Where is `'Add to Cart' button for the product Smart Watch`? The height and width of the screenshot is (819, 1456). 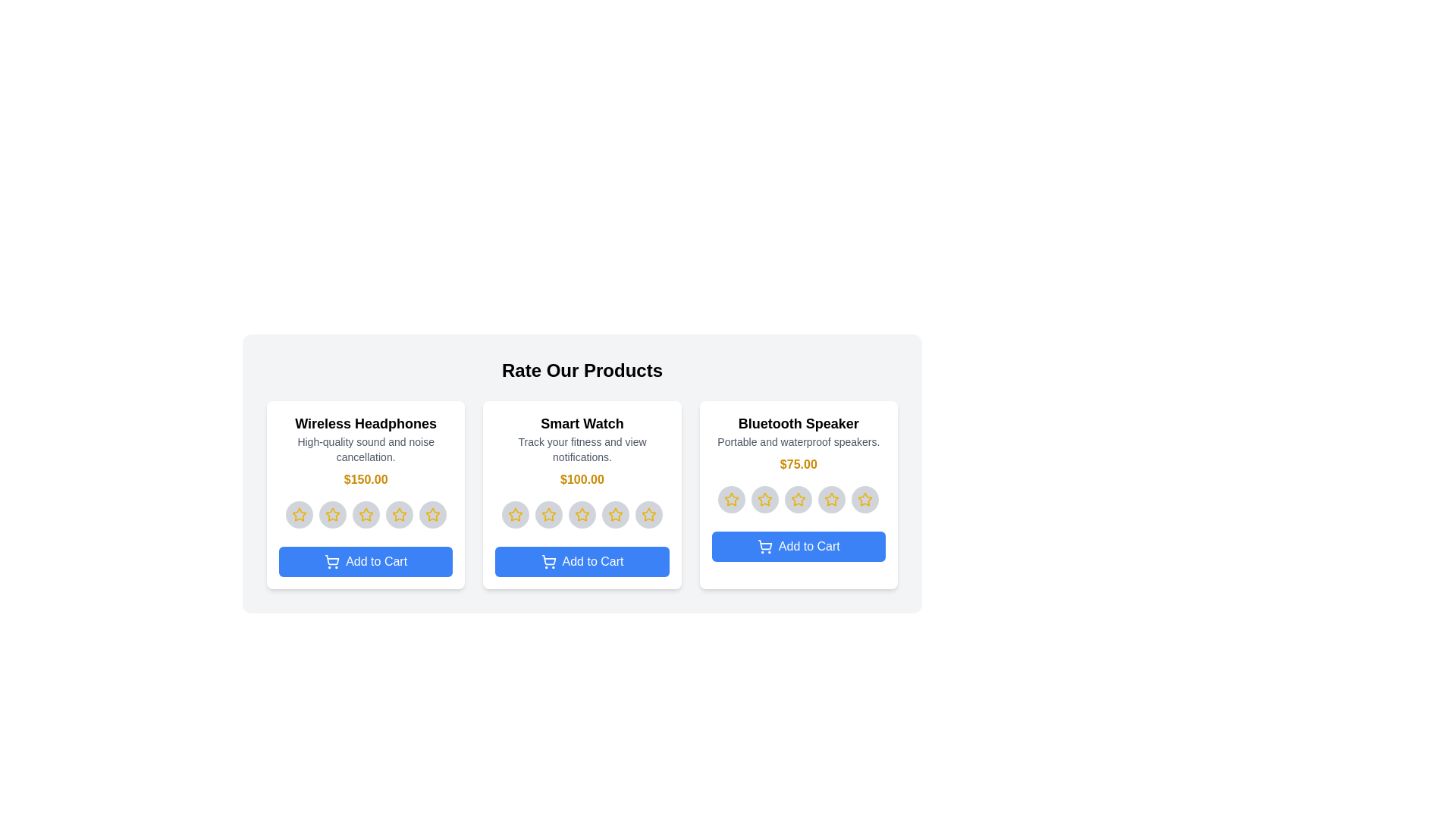 'Add to Cart' button for the product Smart Watch is located at coordinates (582, 561).